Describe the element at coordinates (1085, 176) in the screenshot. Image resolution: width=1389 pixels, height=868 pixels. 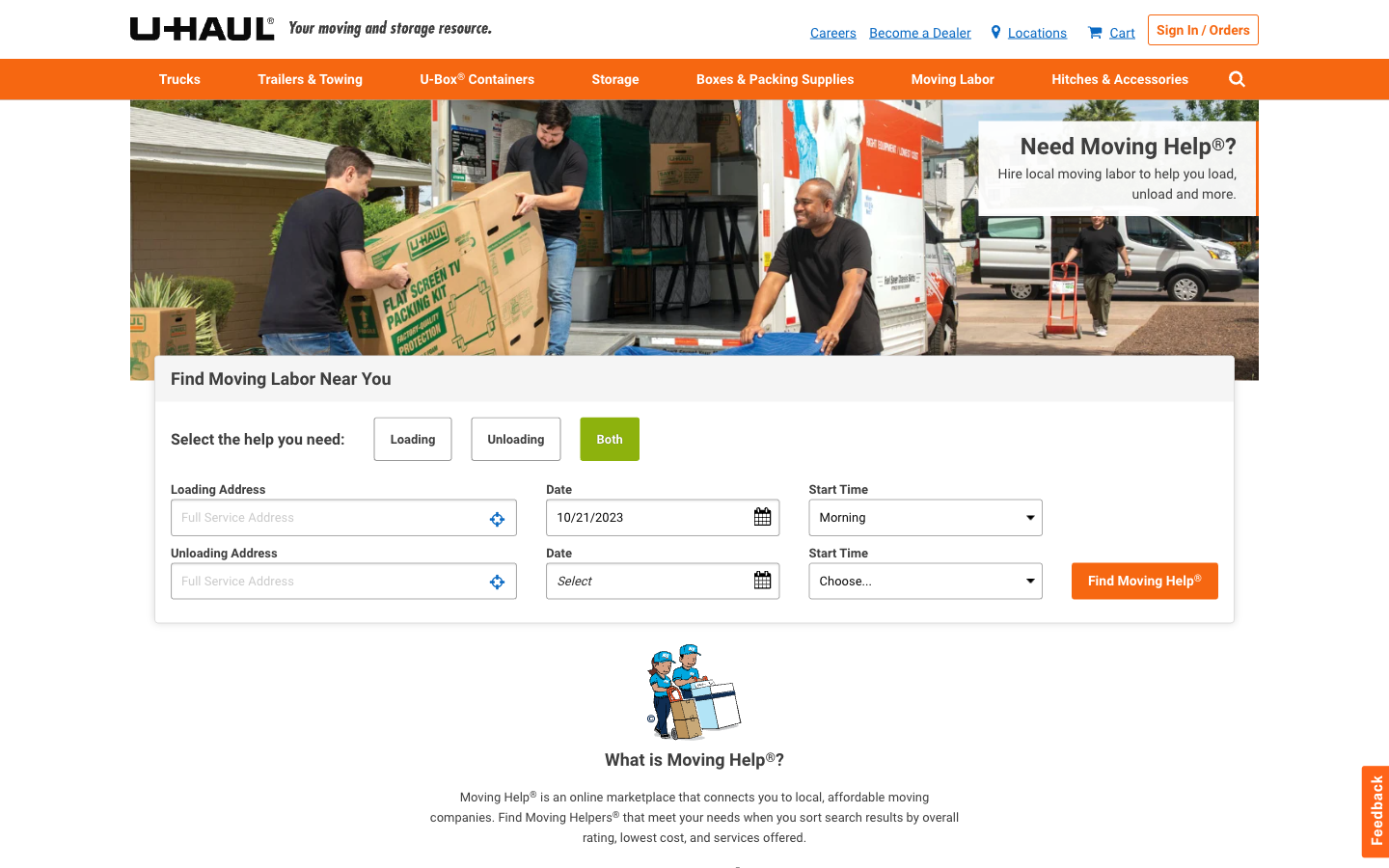
I see `Need to recruit local aid for moving` at that location.